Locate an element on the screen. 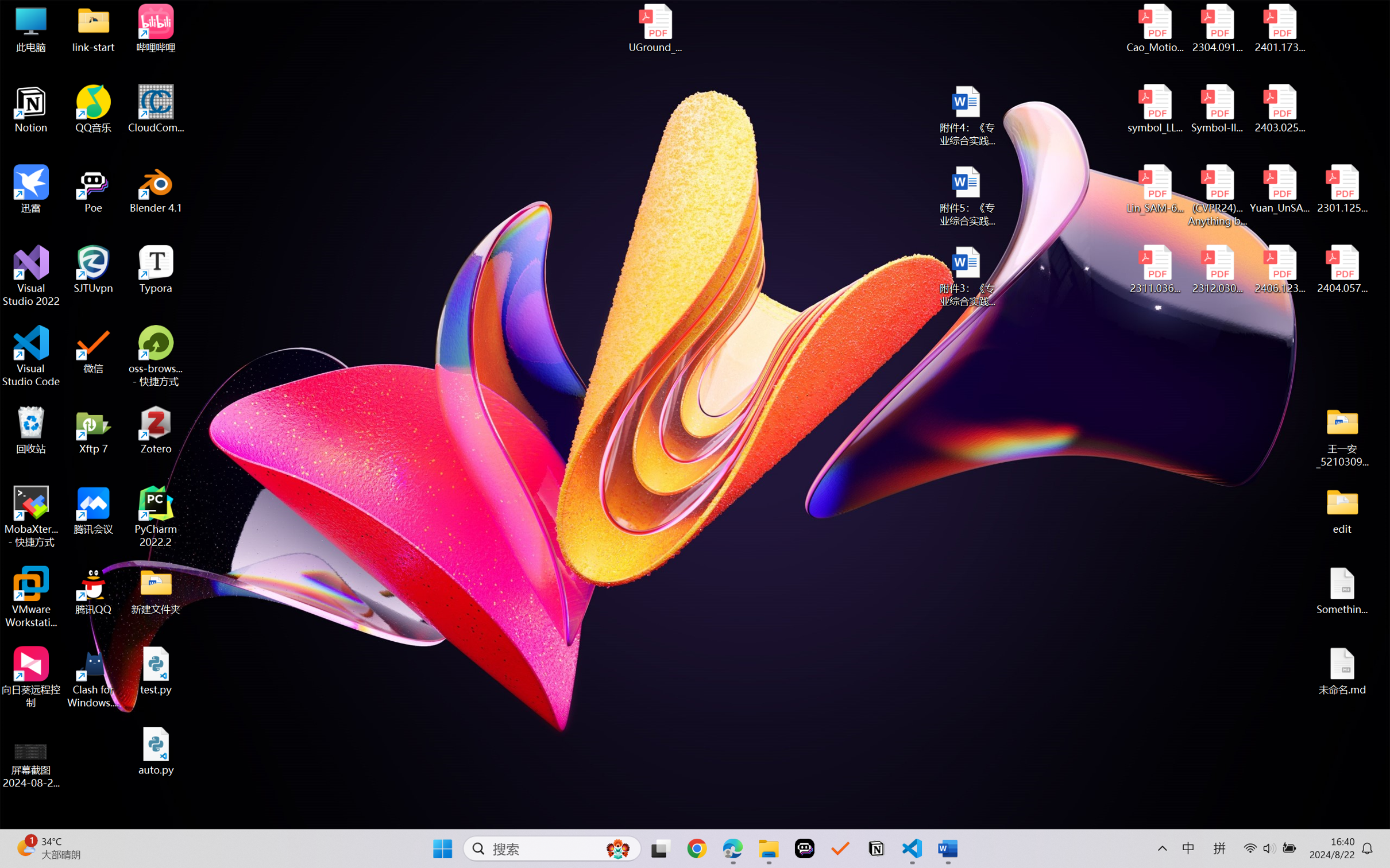 Image resolution: width=1390 pixels, height=868 pixels. '(CVPR24)Matching Anything by Segmenting Anything.pdf' is located at coordinates (1217, 195).